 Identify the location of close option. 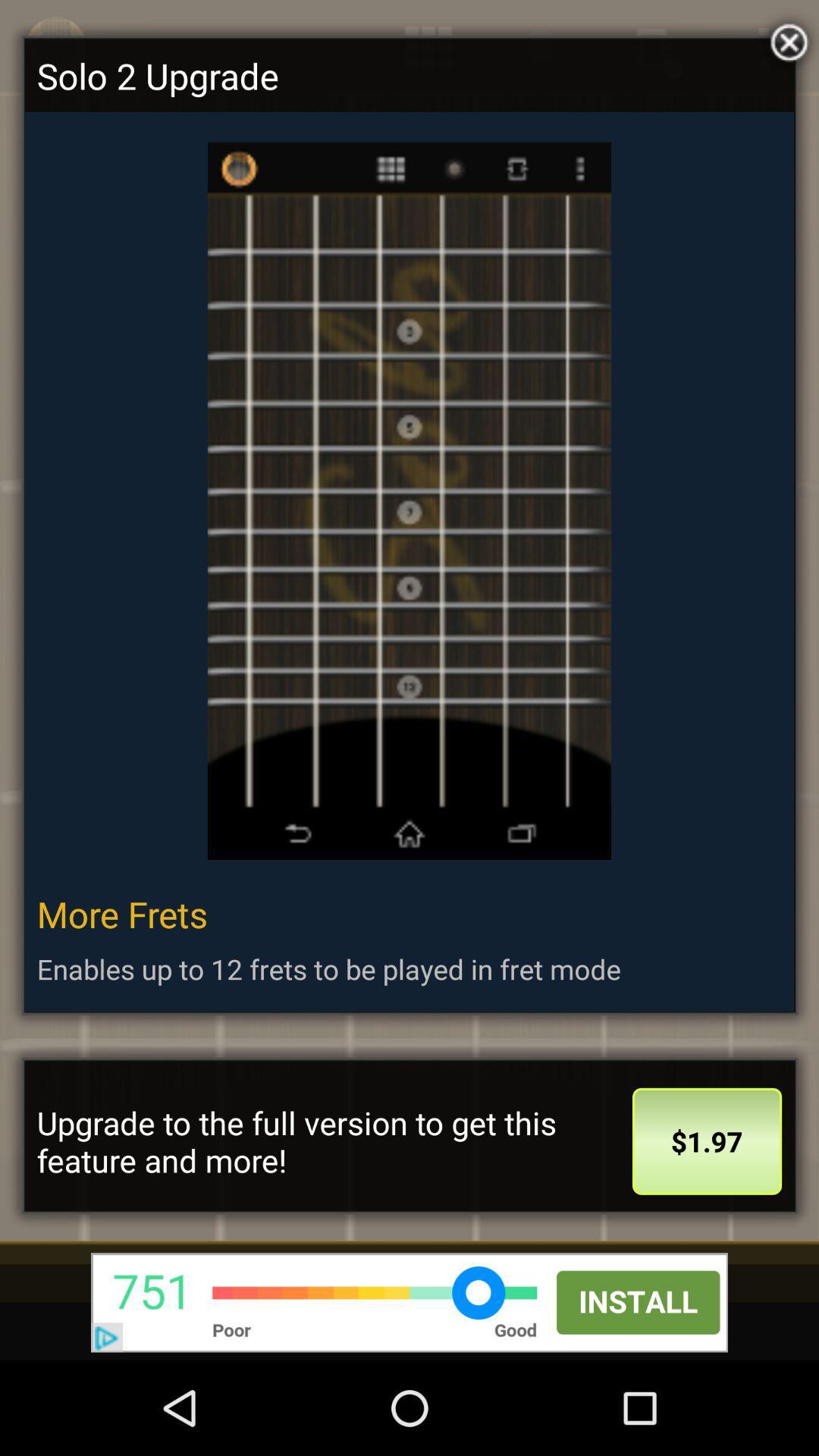
(785, 39).